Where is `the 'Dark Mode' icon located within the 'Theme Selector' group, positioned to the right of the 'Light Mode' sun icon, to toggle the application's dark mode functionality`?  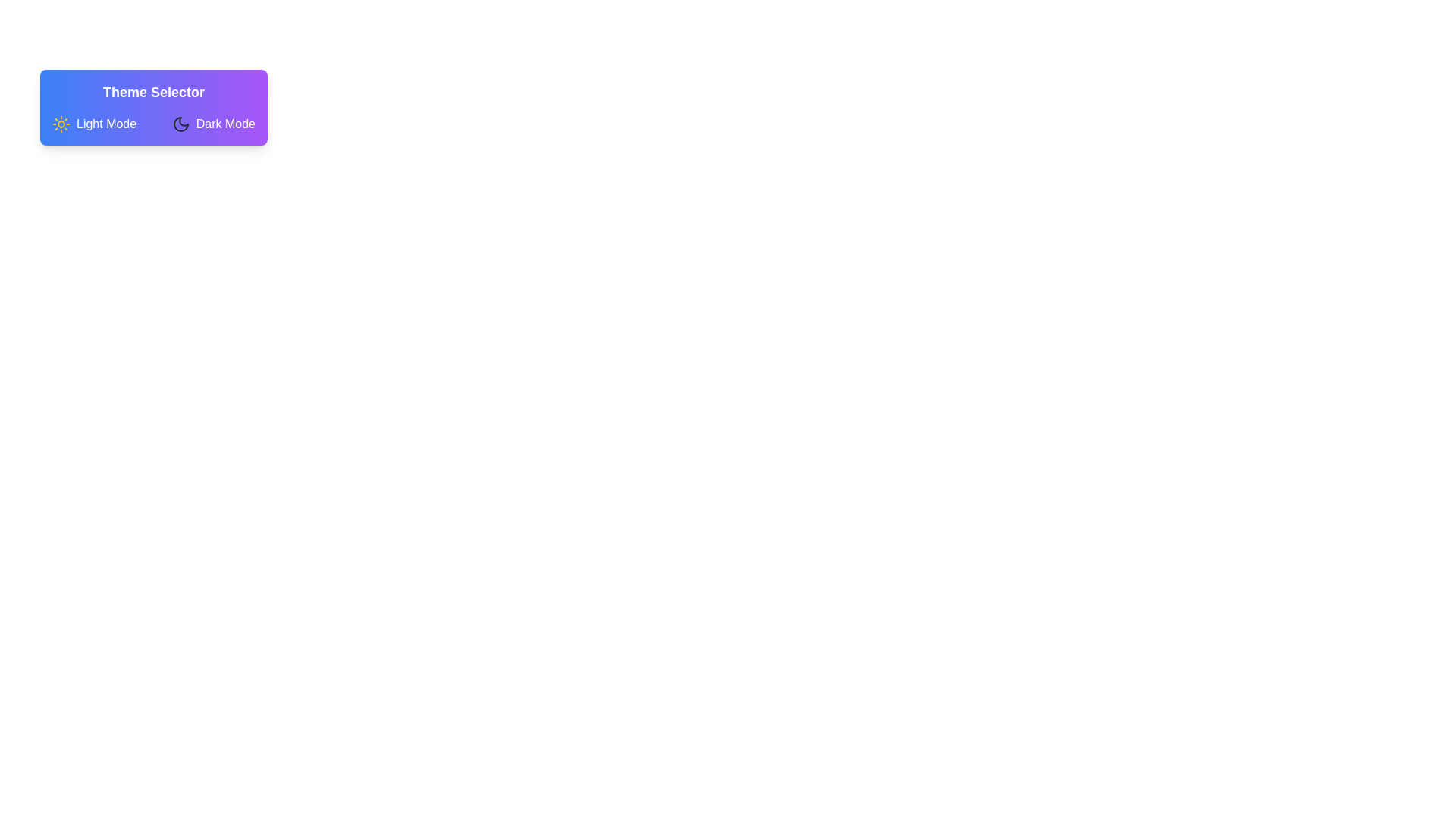 the 'Dark Mode' icon located within the 'Theme Selector' group, positioned to the right of the 'Light Mode' sun icon, to toggle the application's dark mode functionality is located at coordinates (180, 124).